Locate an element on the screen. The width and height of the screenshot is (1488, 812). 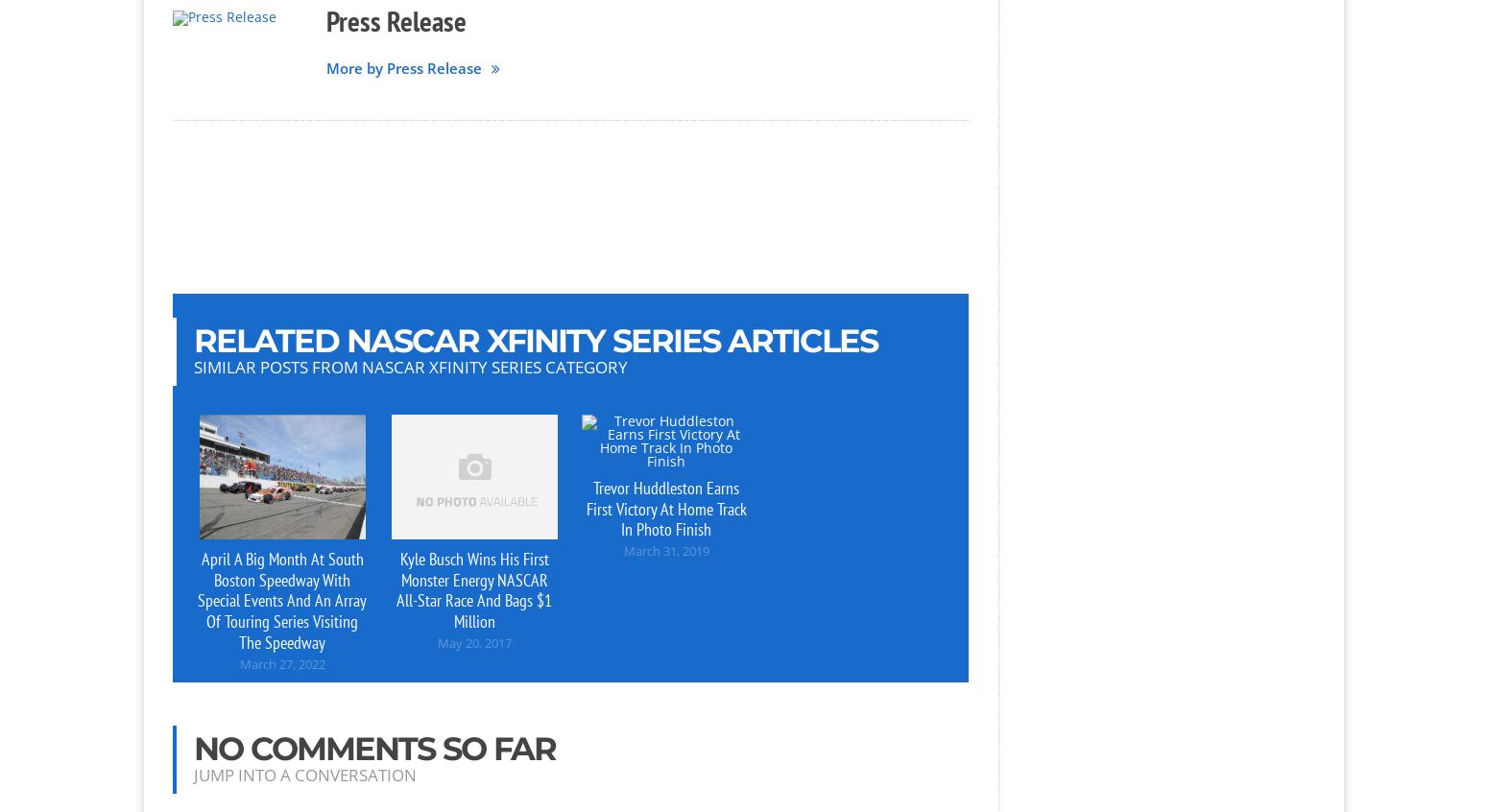
'March 31, 2019' is located at coordinates (664, 550).